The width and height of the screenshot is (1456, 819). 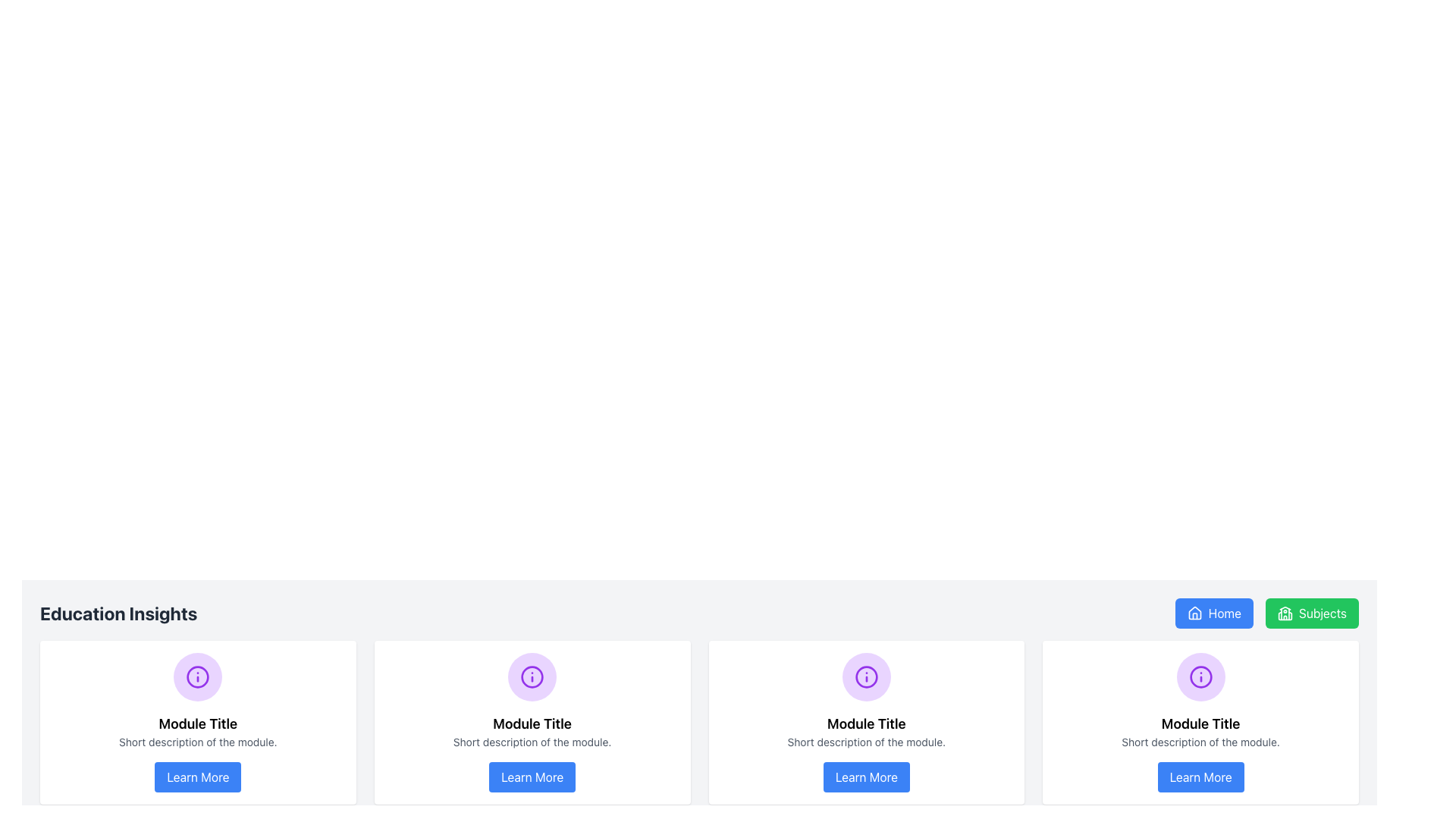 What do you see at coordinates (197, 676) in the screenshot?
I see `the circular icon with a purple background and an informational symbol (letter 'i'), located in the center of the first module card above the title 'Module Title'` at bounding box center [197, 676].